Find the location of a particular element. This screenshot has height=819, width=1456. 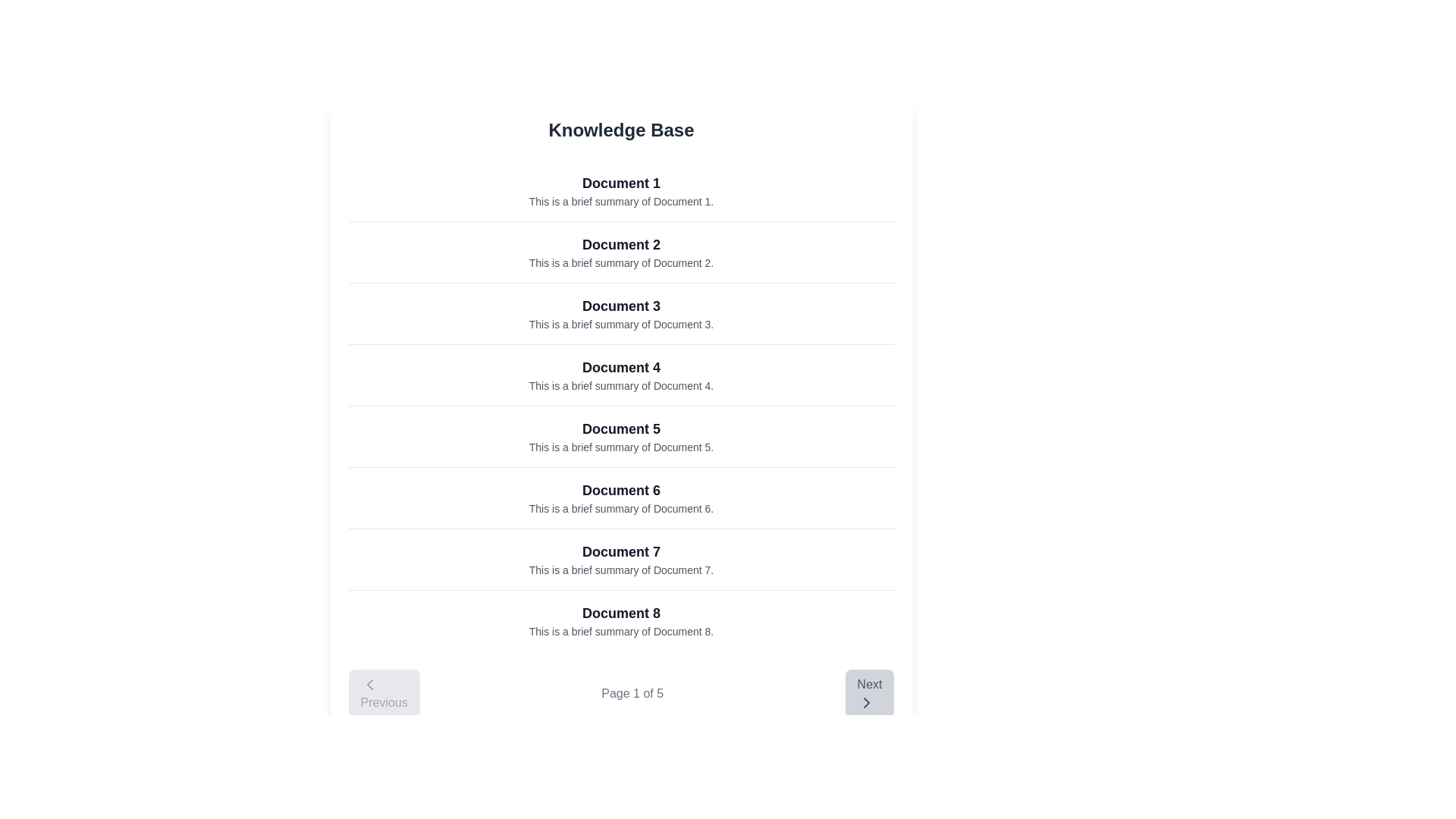

the third entry in the document list titled 'Document 3' is located at coordinates (621, 312).